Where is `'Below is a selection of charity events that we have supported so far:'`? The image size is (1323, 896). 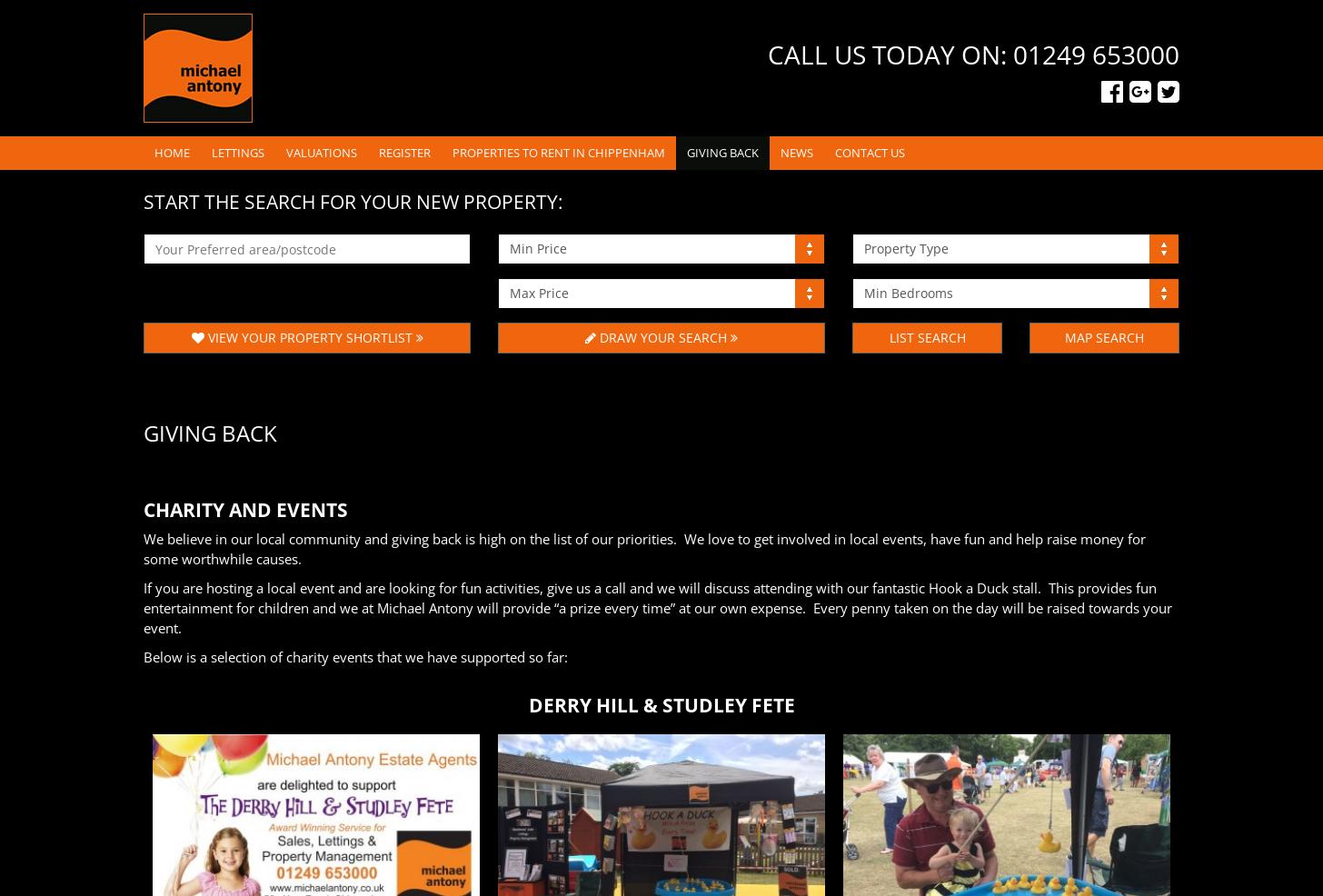
'Below is a selection of charity events that we have supported so far:' is located at coordinates (355, 656).